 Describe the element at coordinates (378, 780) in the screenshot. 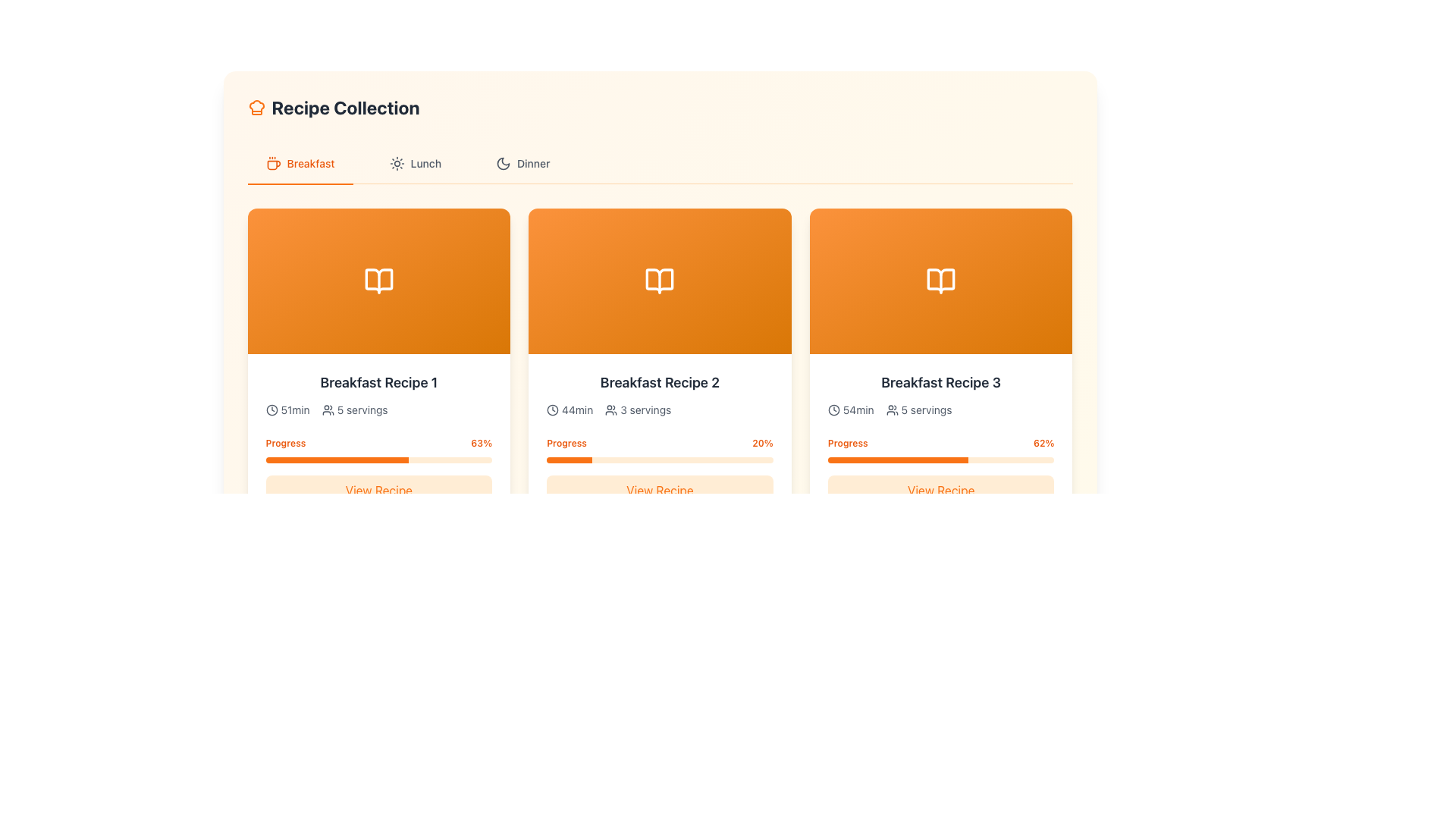

I see `progress information from the progress bar element displaying 'Progress' and '37%' above the orange filled bar, located in the third recipe card above the 'View Recipe' button` at that location.